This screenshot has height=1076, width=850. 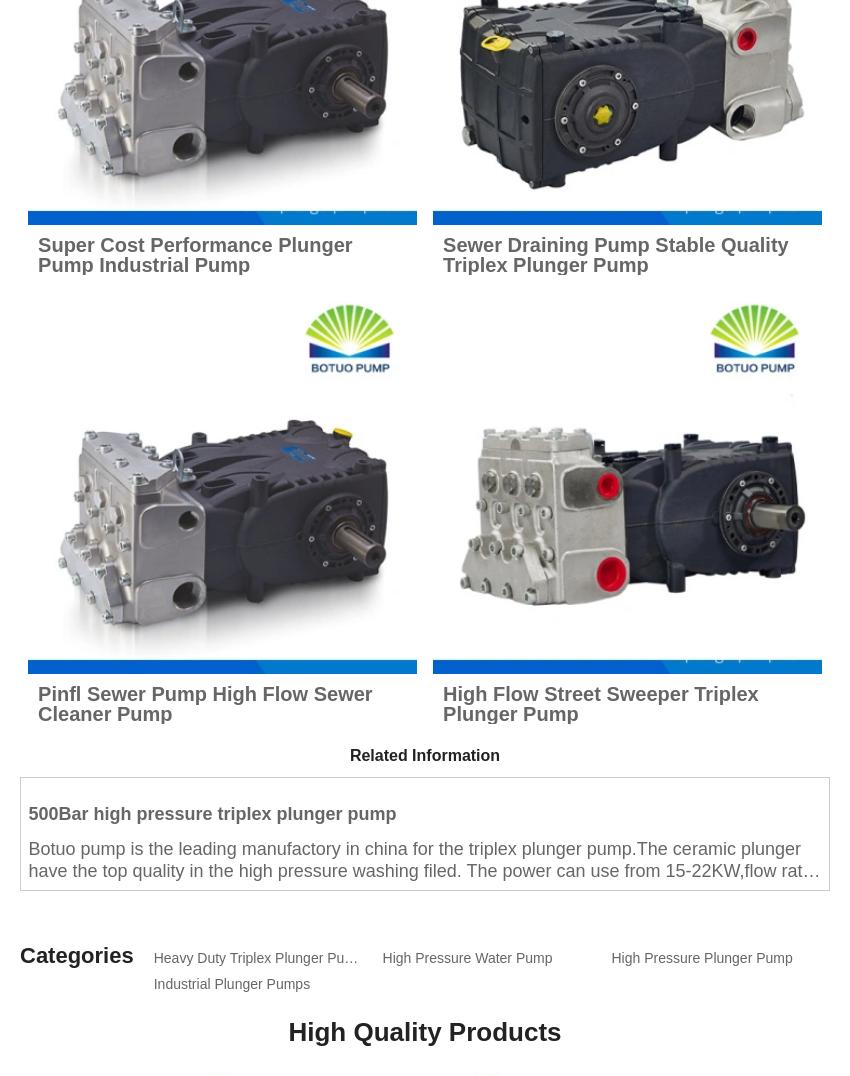 What do you see at coordinates (26, 871) in the screenshot?
I see `'Botuo pump is the leading manufactory in china for the triplex plunger pump.The ceramic plunger have the top quality in the high pressure washing filed. The power can use from 15-22KW,flow rate from...'` at bounding box center [26, 871].